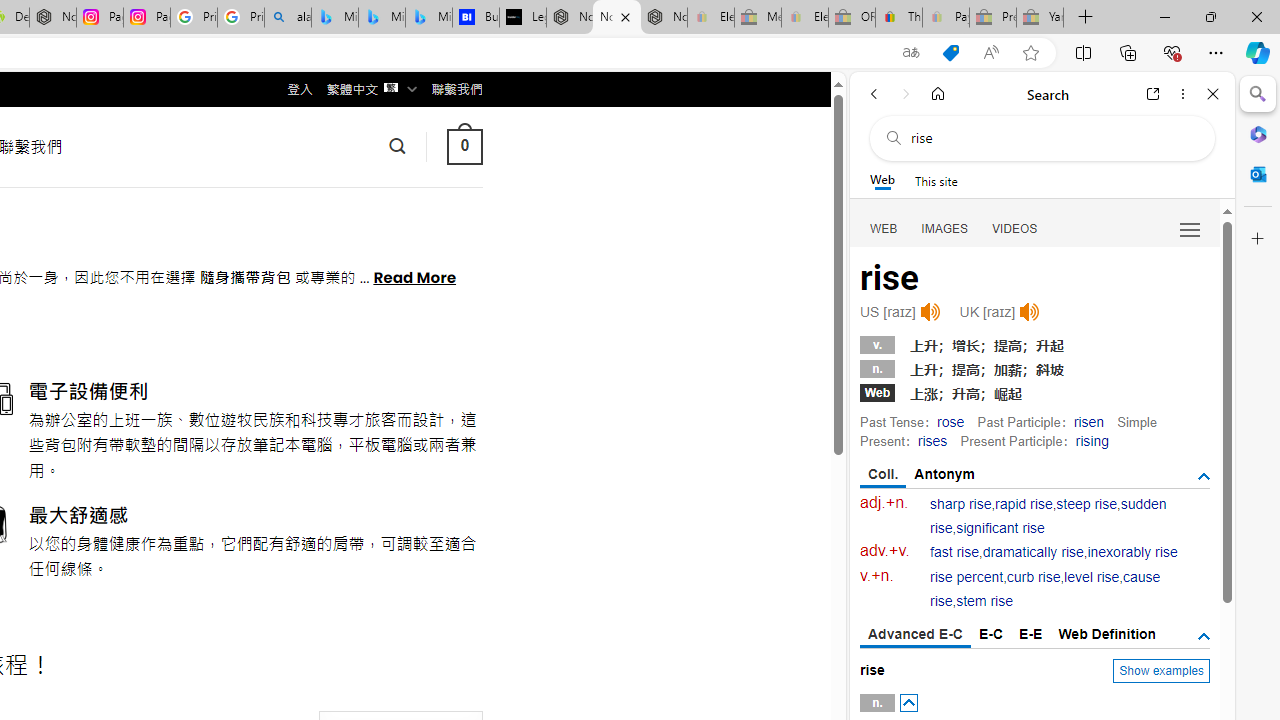 The image size is (1280, 720). What do you see at coordinates (1051, 137) in the screenshot?
I see `'Search the web'` at bounding box center [1051, 137].